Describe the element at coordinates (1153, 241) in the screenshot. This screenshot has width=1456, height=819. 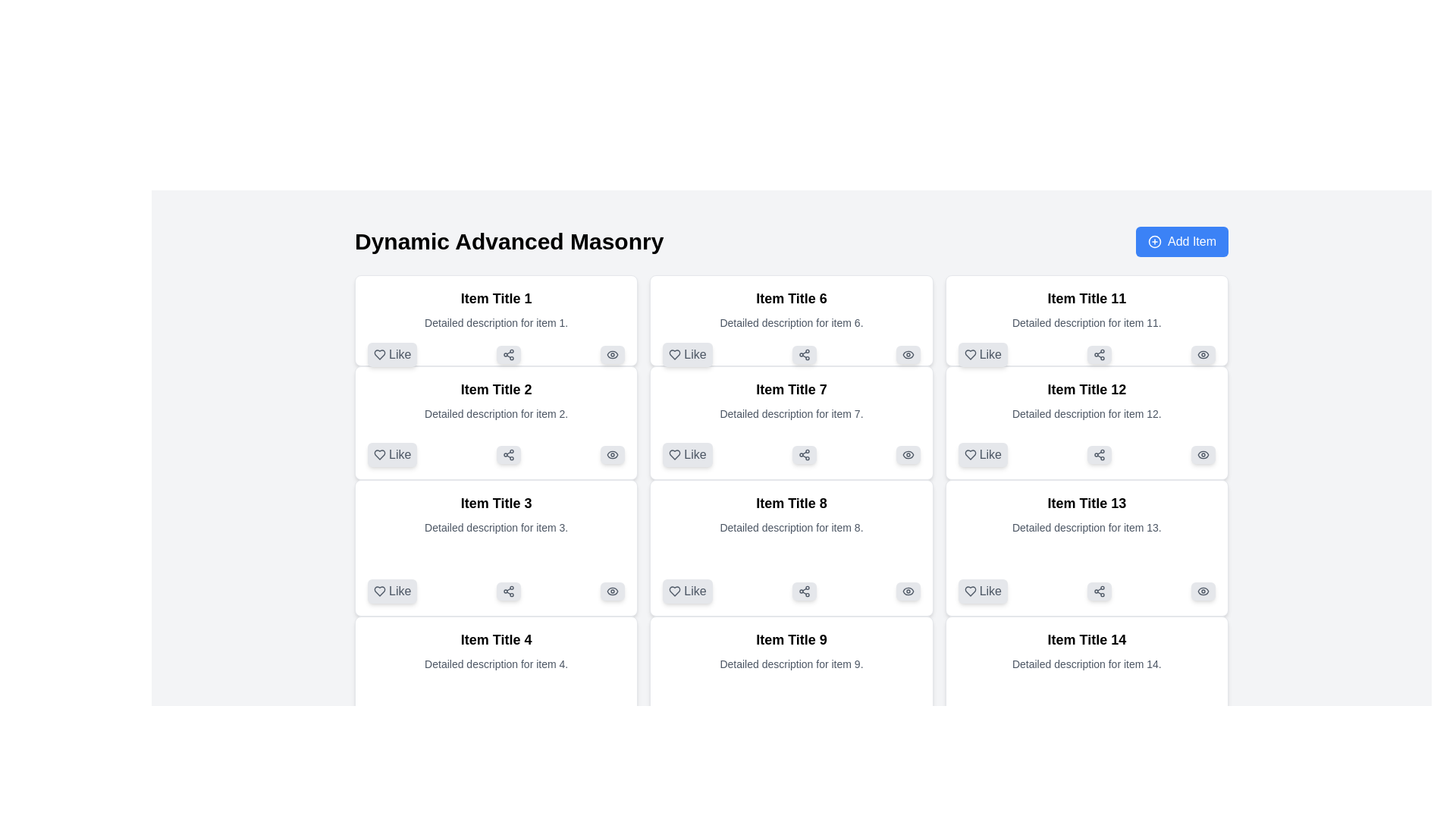
I see `the 'Add Item' icon located to the left of the text label 'Add Item' in the top-right corner of the interface` at that location.